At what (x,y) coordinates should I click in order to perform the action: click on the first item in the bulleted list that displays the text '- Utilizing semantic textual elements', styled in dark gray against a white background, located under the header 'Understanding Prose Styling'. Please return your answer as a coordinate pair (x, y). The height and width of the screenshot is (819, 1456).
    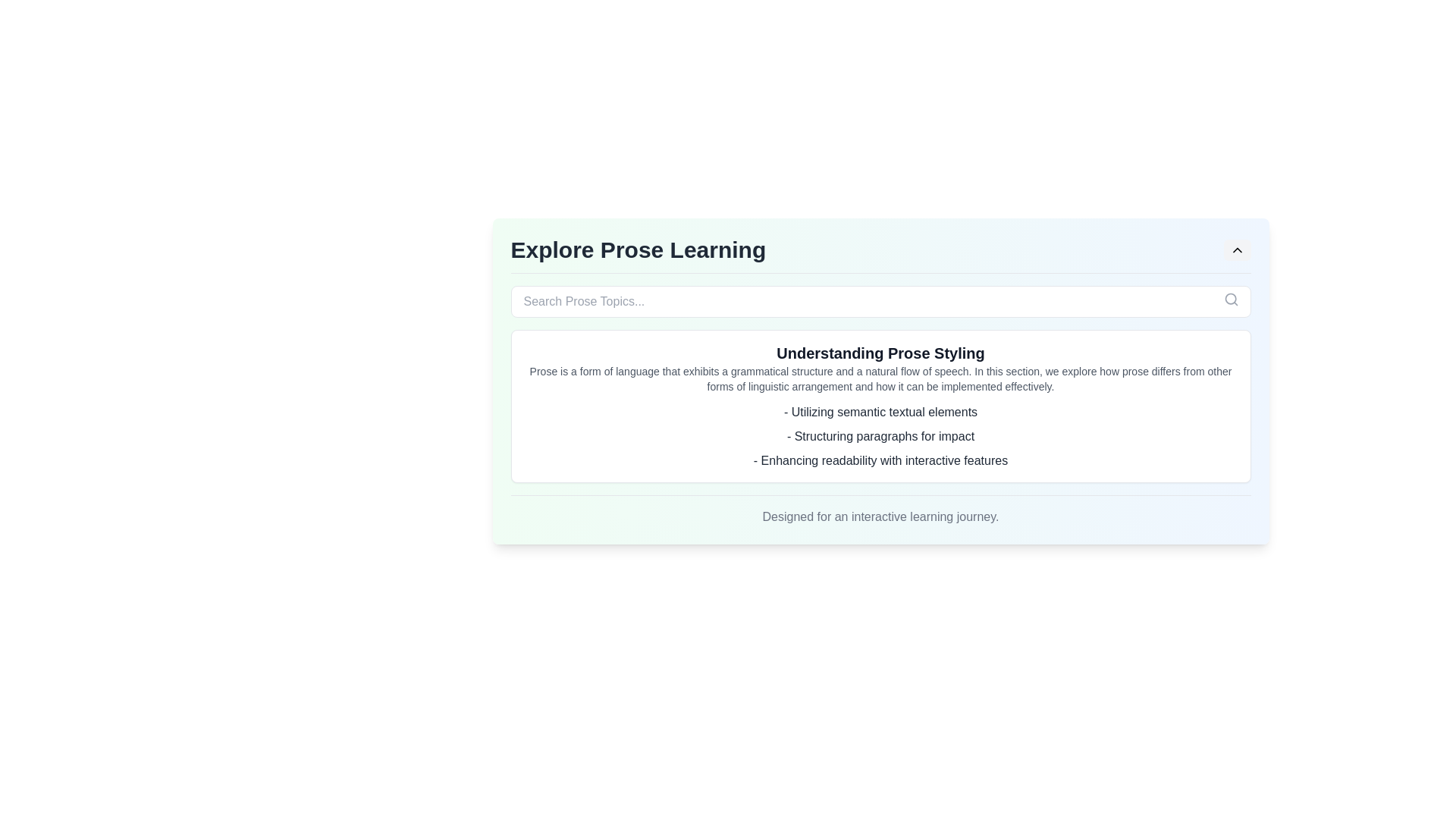
    Looking at the image, I should click on (880, 412).